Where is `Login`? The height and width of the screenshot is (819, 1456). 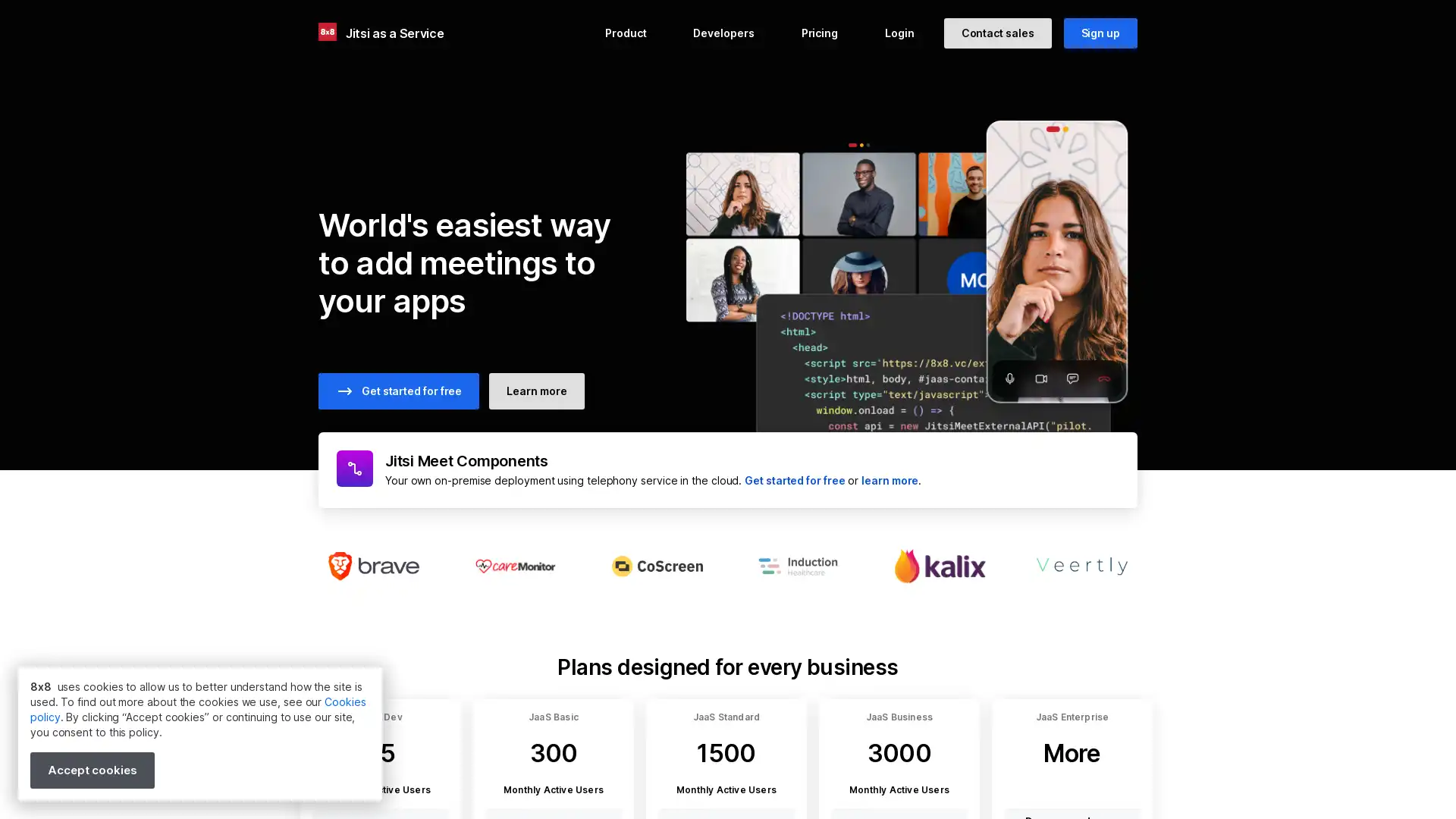
Login is located at coordinates (899, 33).